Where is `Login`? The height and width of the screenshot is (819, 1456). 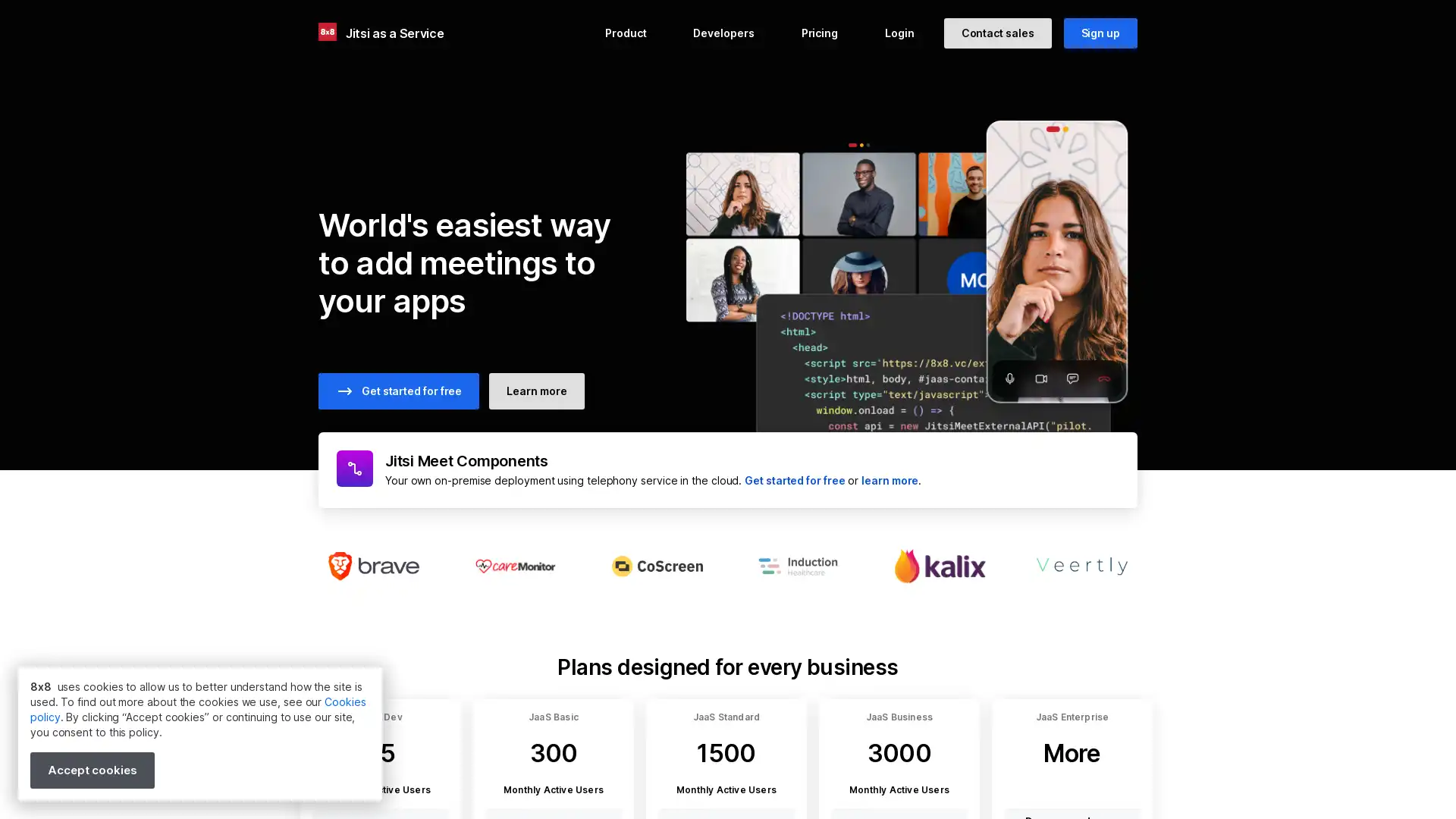
Login is located at coordinates (899, 33).